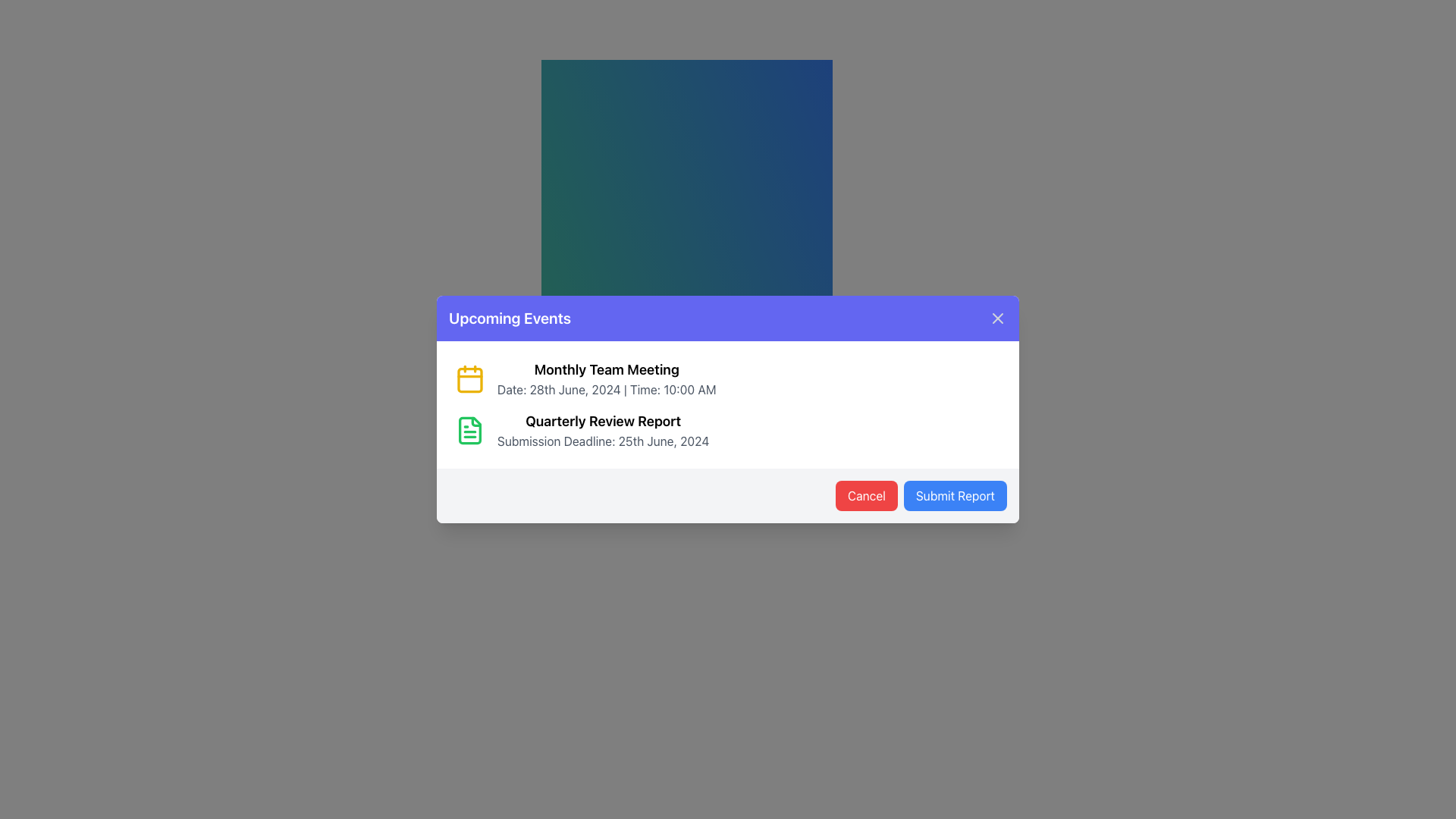 This screenshot has height=819, width=1456. What do you see at coordinates (607, 378) in the screenshot?
I see `event details displayed in the modal dialog below the title 'Upcoming Events', adjacent to the yellow calendar icon` at bounding box center [607, 378].